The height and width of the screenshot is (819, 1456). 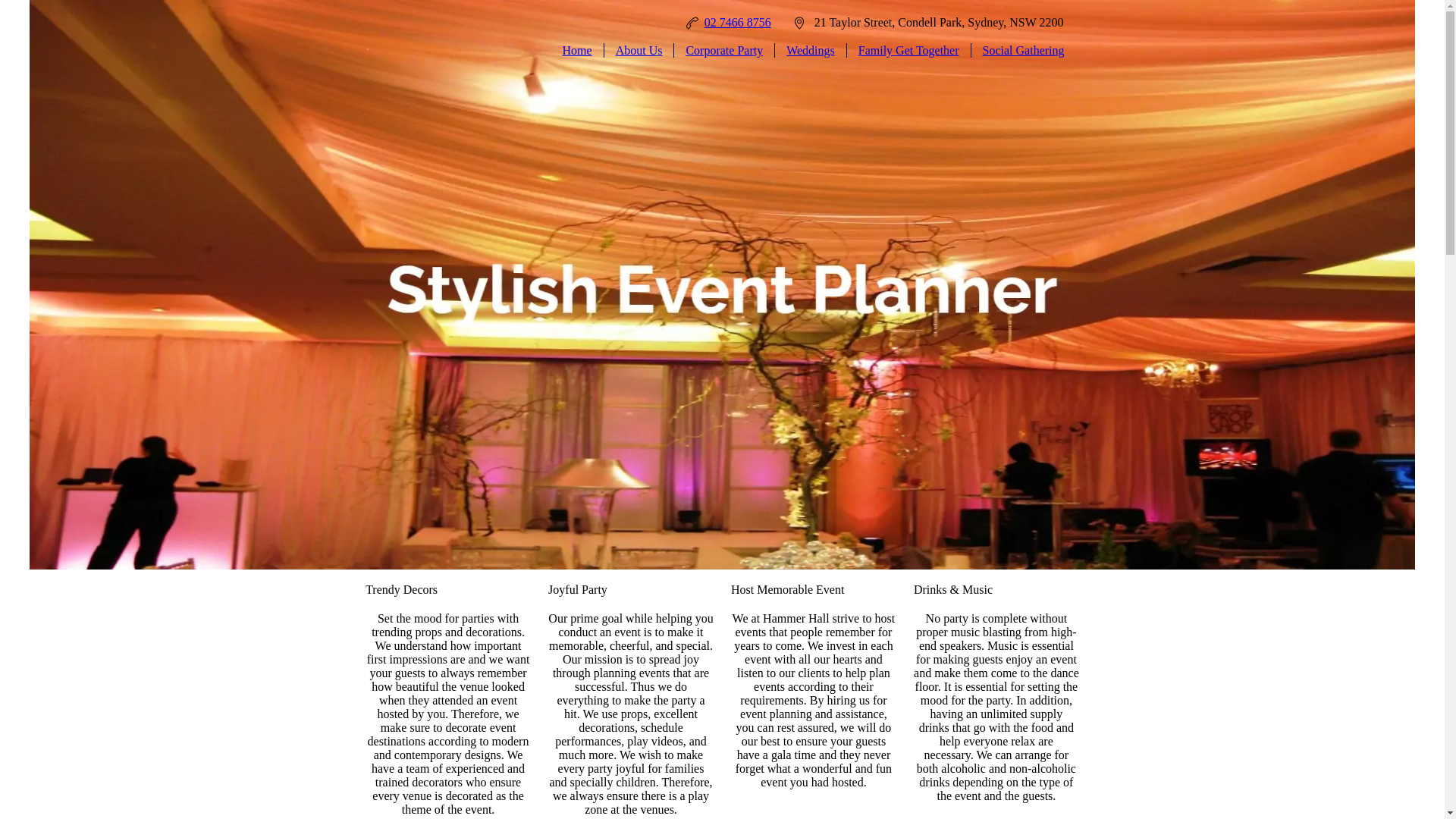 What do you see at coordinates (576, 49) in the screenshot?
I see `'Home'` at bounding box center [576, 49].